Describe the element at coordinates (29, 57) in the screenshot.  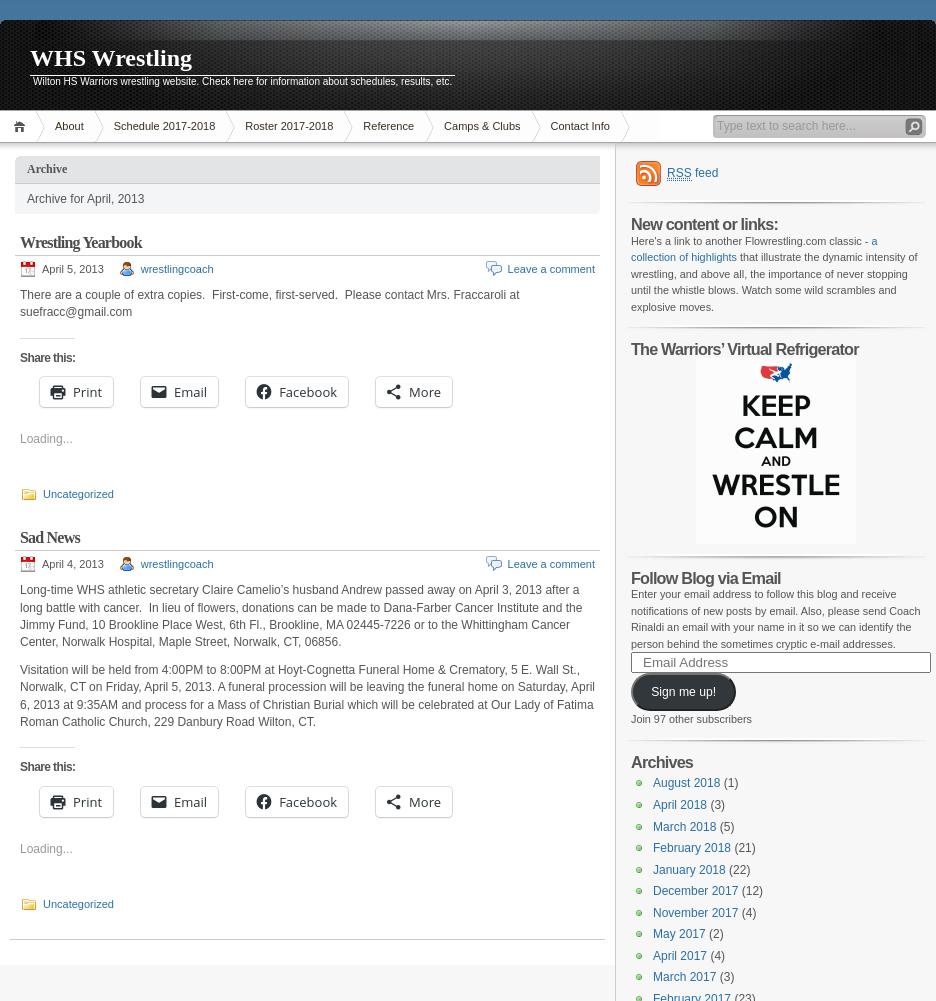
I see `'WHS Wrestling'` at that location.